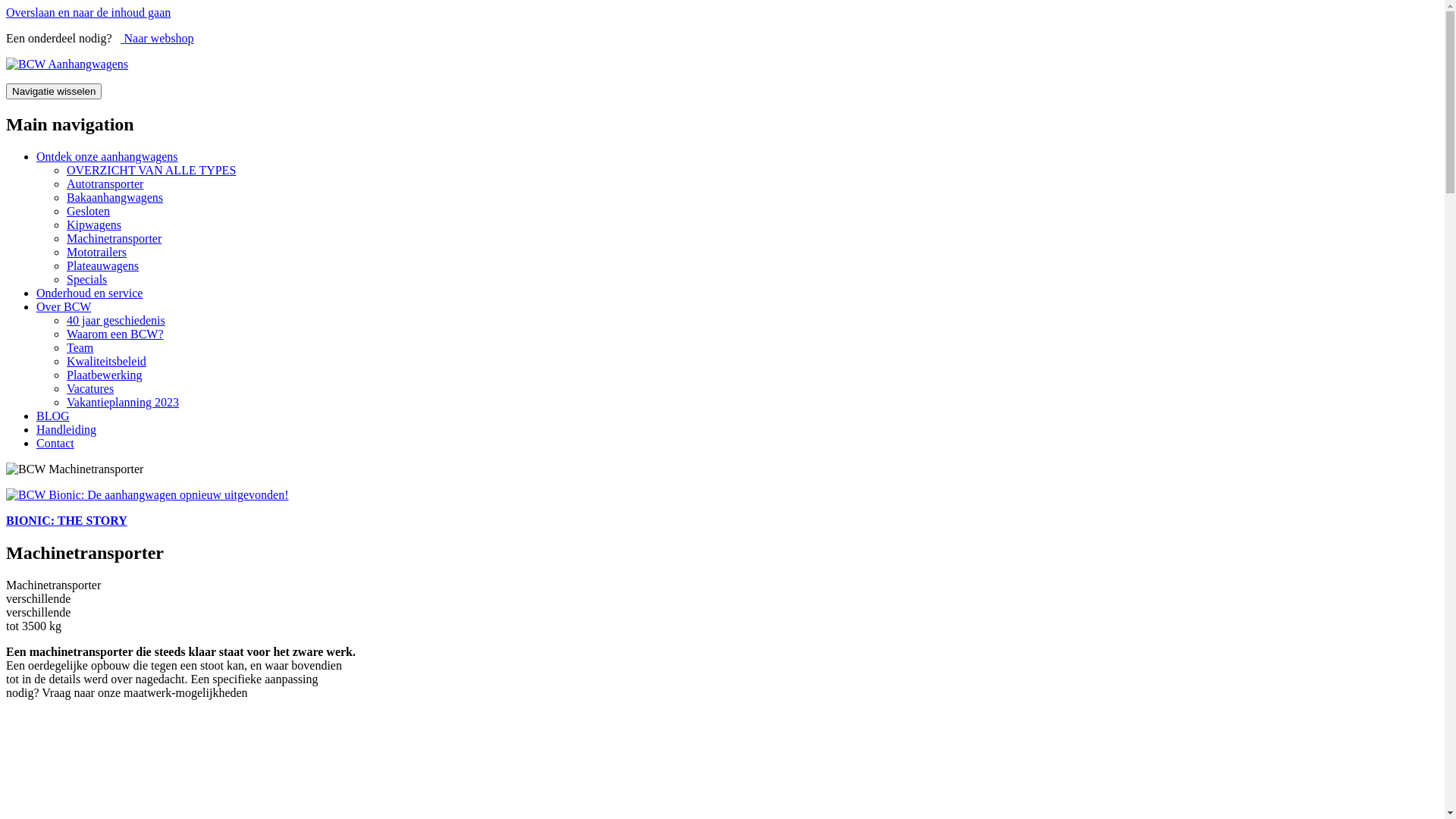  I want to click on 'Onderhoud en service', so click(36, 293).